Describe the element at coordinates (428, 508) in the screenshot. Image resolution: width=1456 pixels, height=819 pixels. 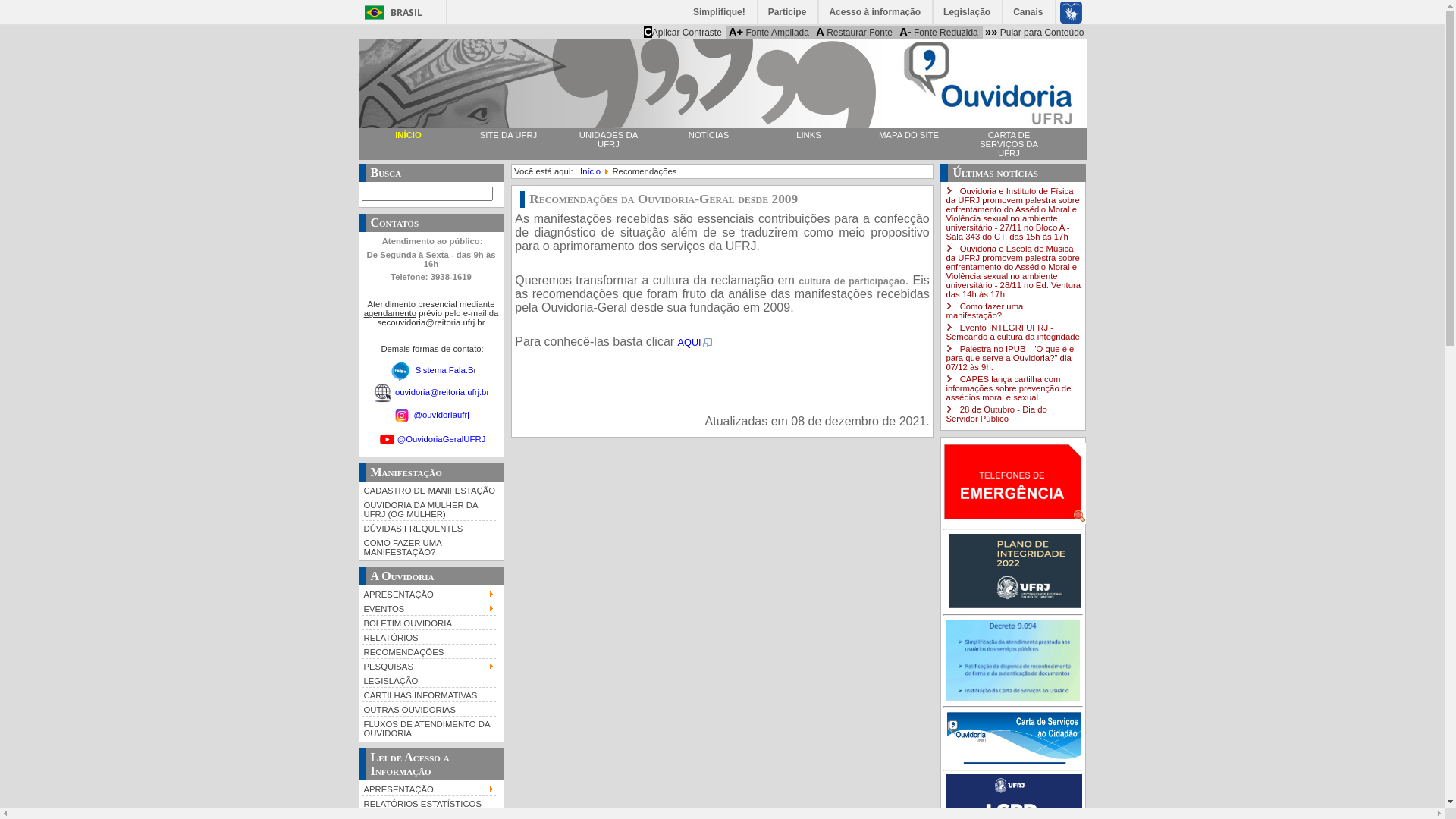
I see `'OUVIDORIA DA MULHER DA UFRJ (OG MULHER)'` at that location.